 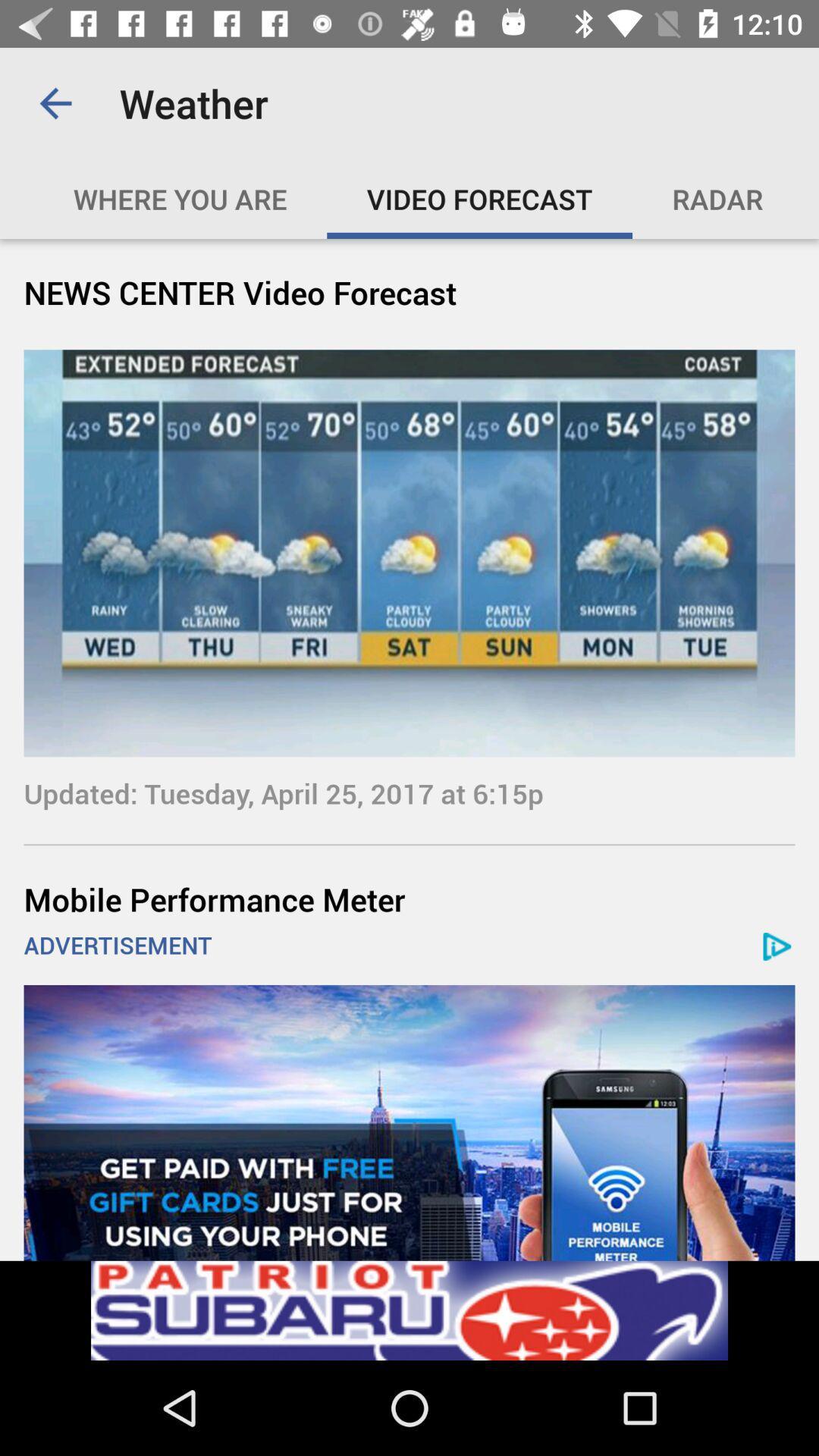 I want to click on the, so click(x=426, y=198).